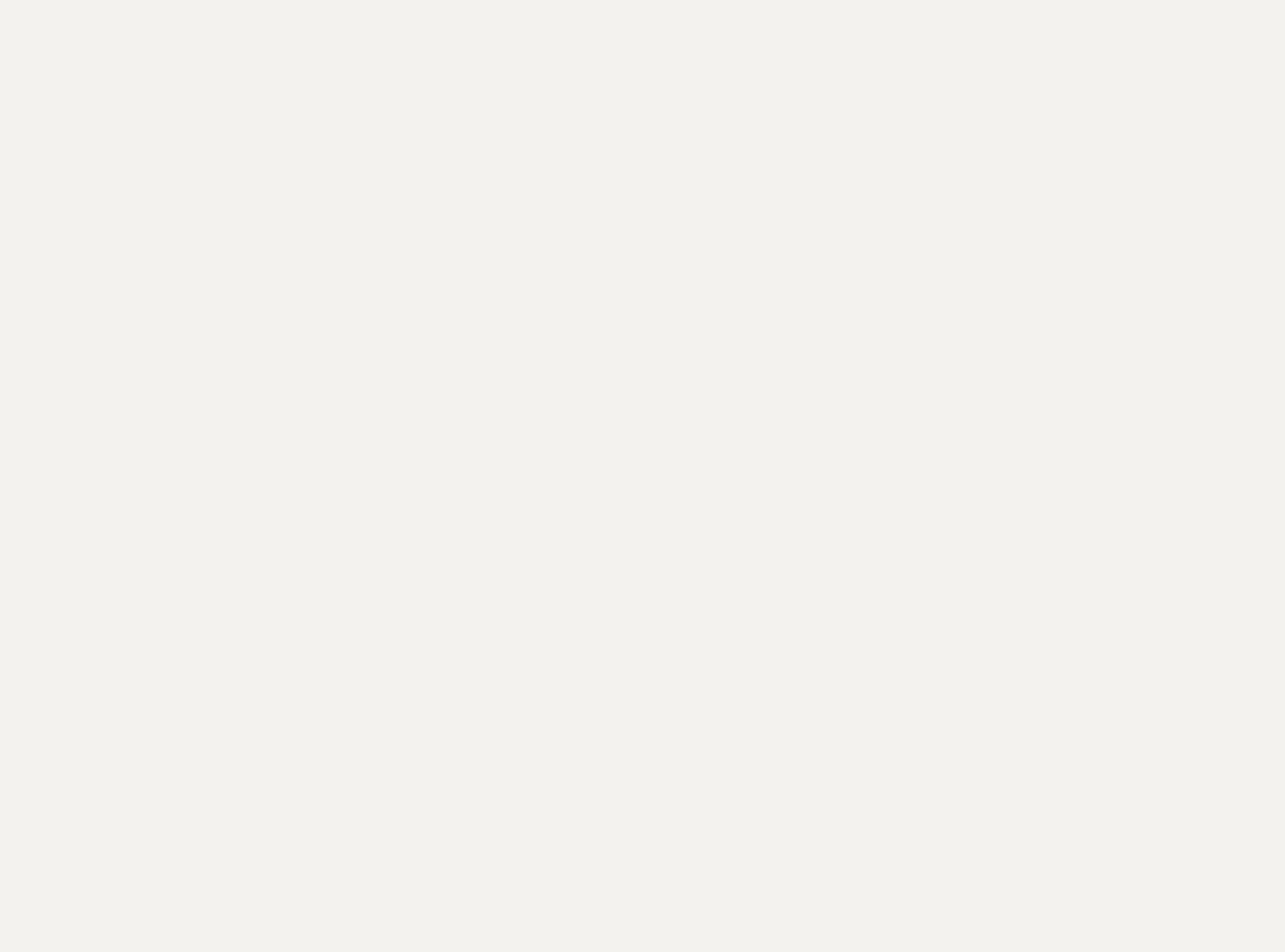 This screenshot has width=1285, height=952. Describe the element at coordinates (664, 74) in the screenshot. I see `'Indigo'` at that location.